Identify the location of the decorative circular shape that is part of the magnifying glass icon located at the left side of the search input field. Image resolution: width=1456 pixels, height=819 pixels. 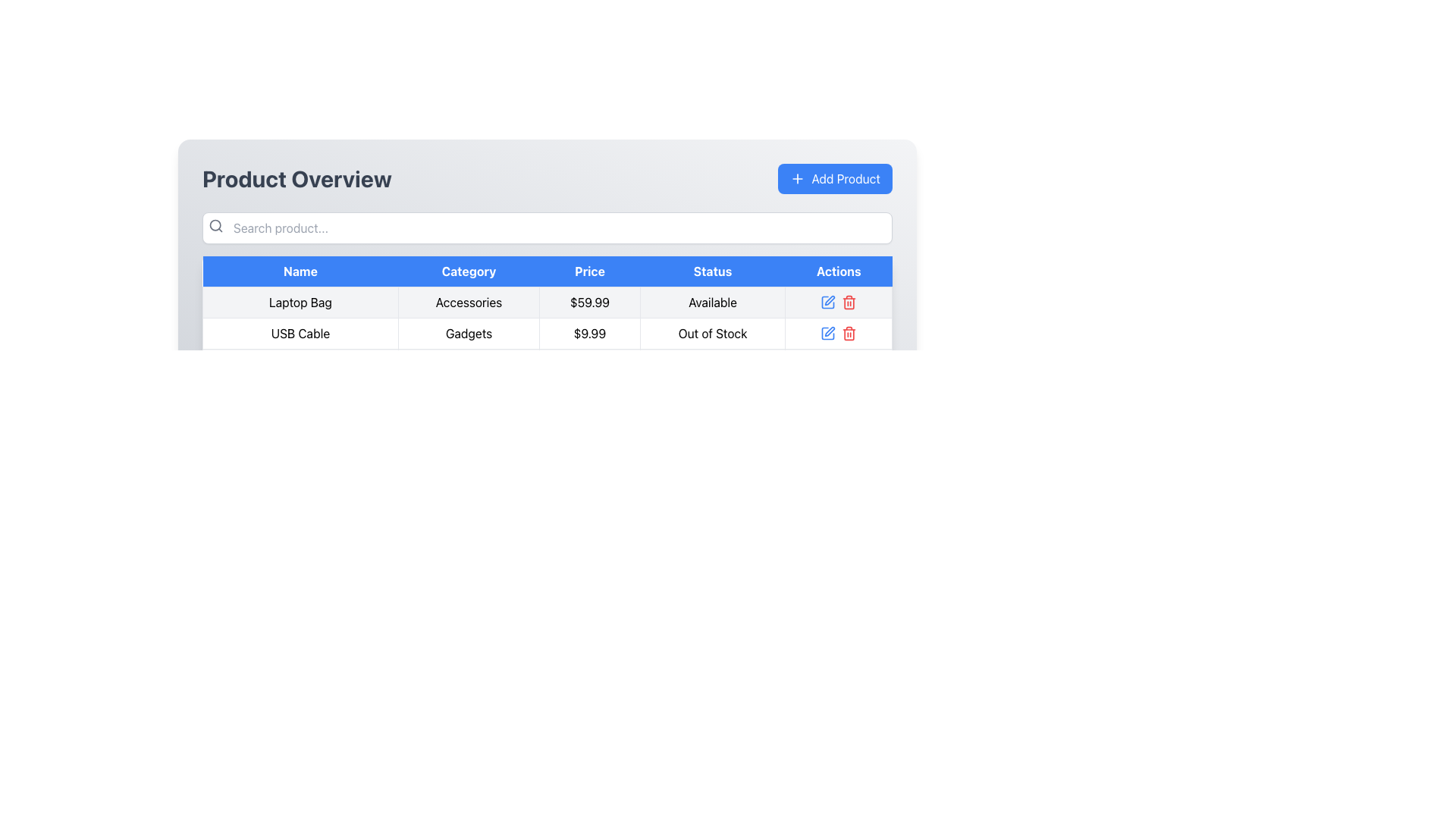
(215, 225).